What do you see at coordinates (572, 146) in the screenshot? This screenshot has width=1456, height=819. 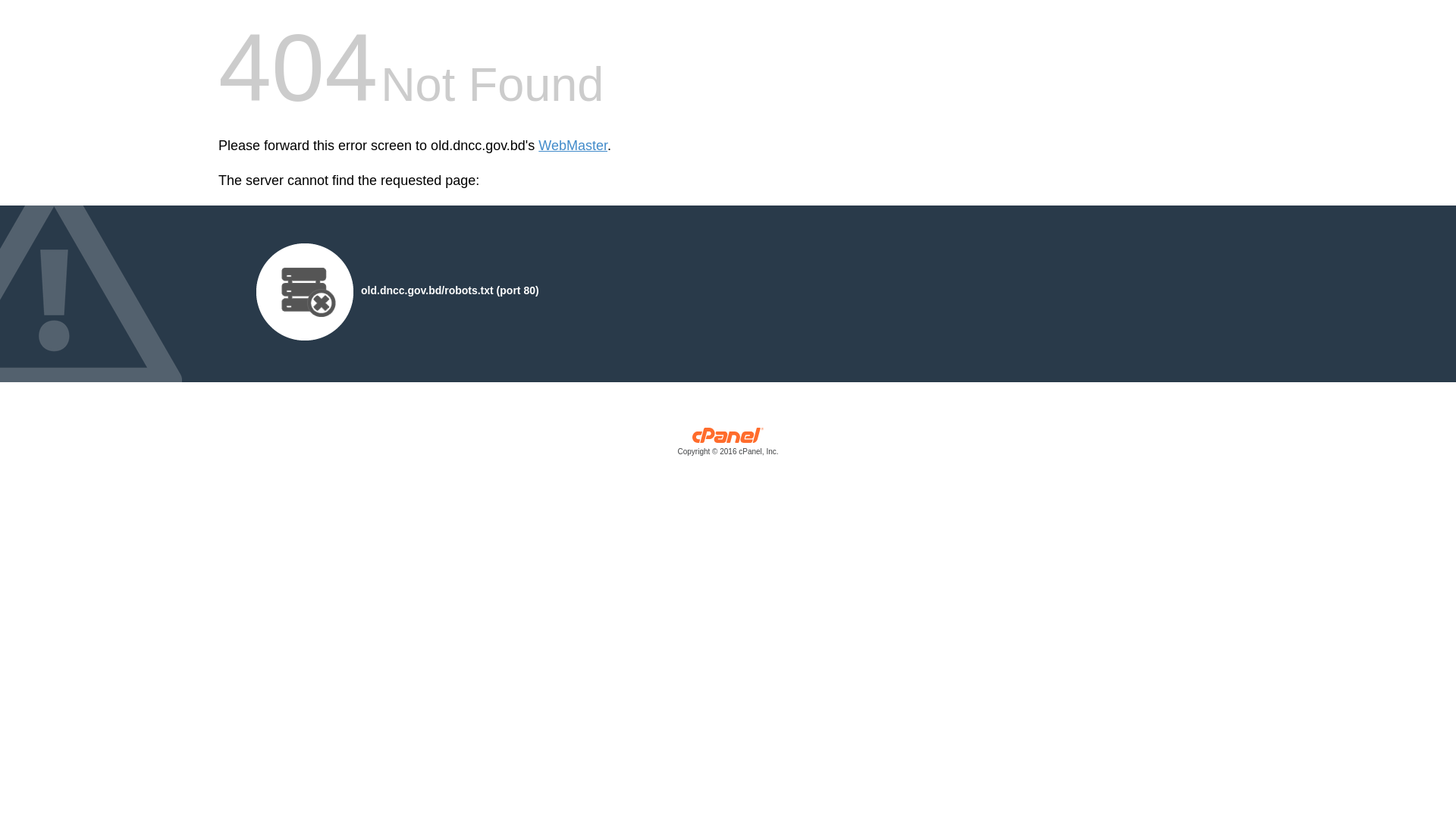 I see `'WebMaster'` at bounding box center [572, 146].